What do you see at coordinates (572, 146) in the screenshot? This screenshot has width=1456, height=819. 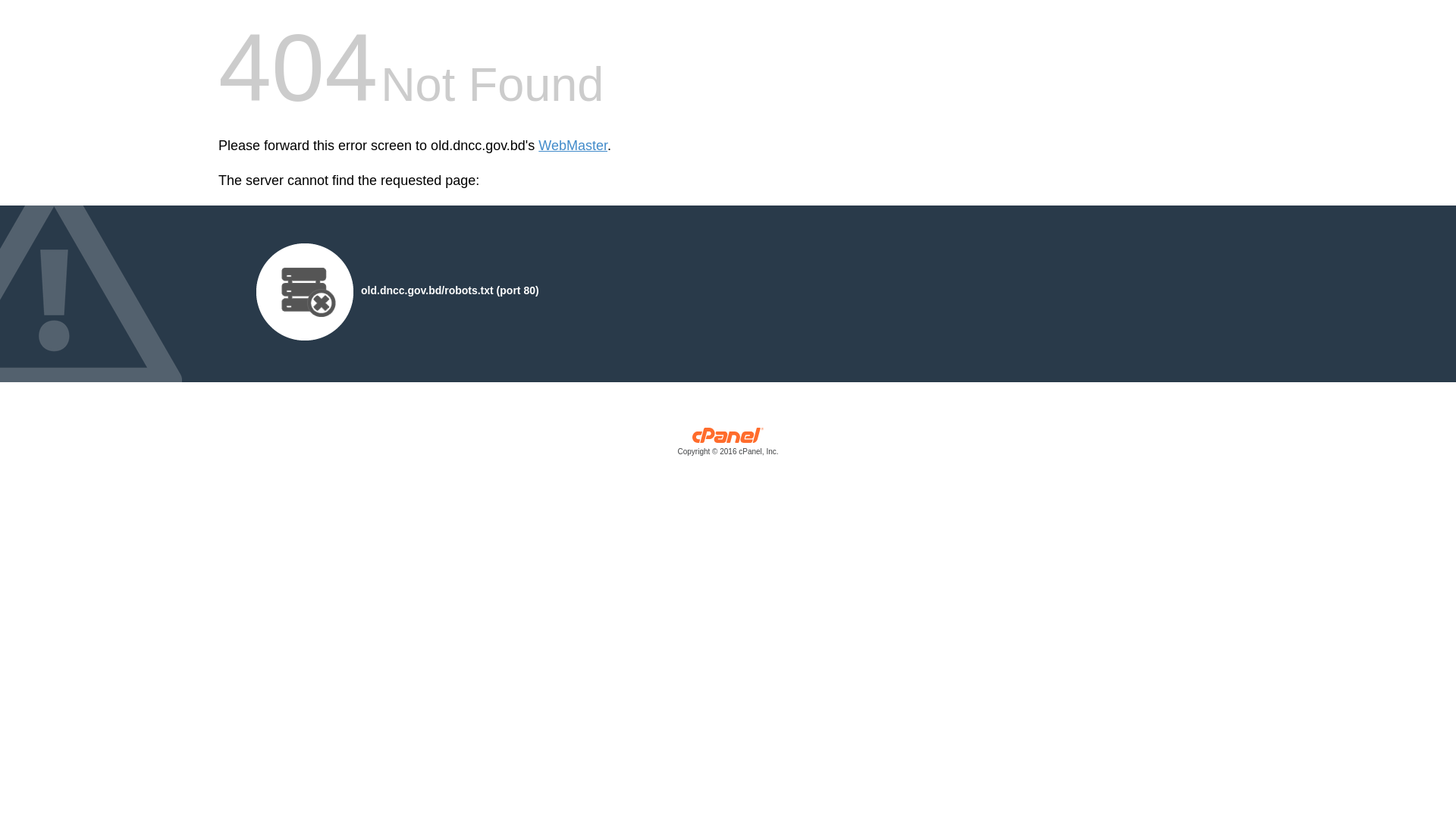 I see `'WebMaster'` at bounding box center [572, 146].